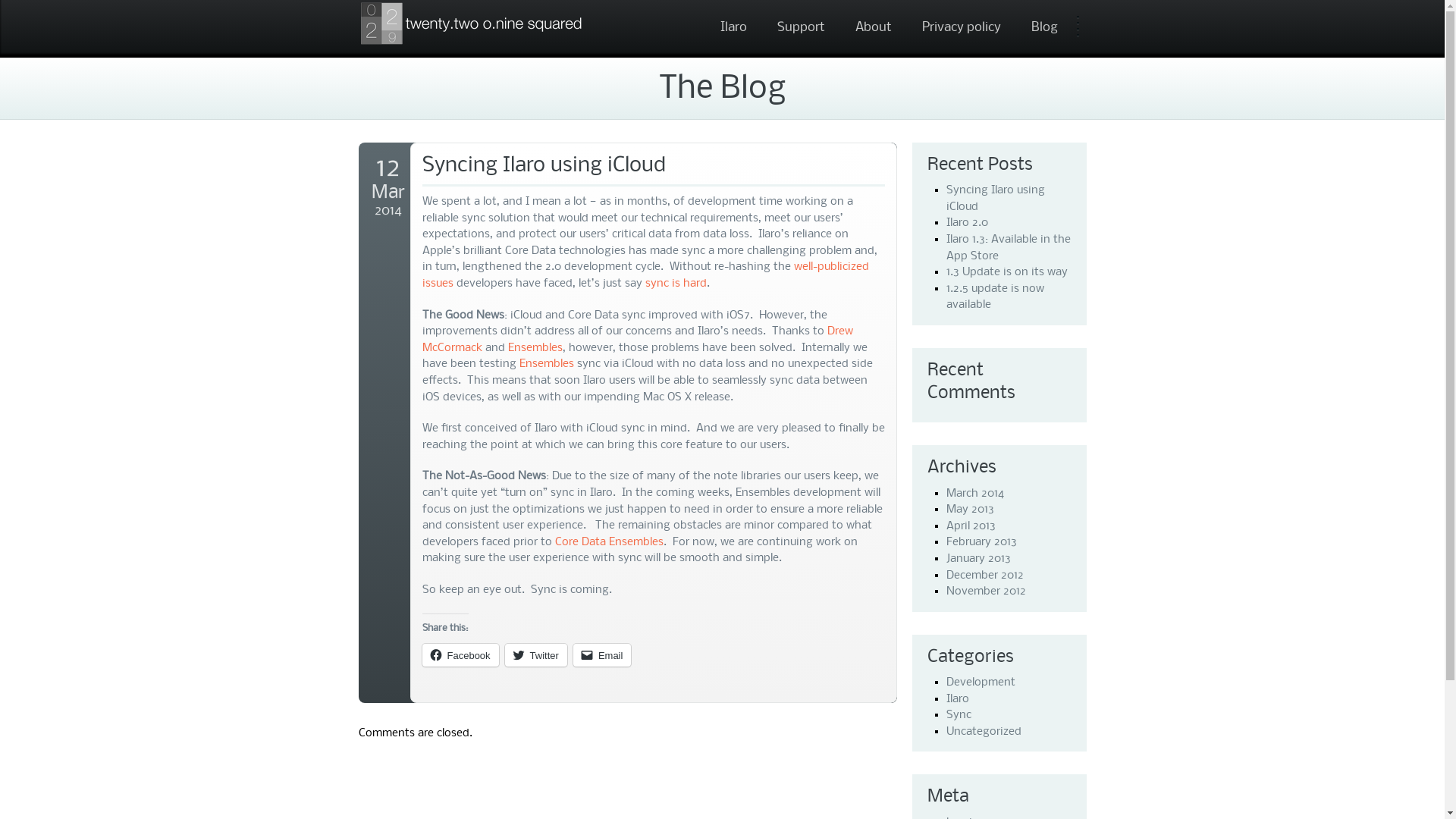 Image resolution: width=1456 pixels, height=819 pixels. Describe the element at coordinates (535, 654) in the screenshot. I see `'Twitter'` at that location.